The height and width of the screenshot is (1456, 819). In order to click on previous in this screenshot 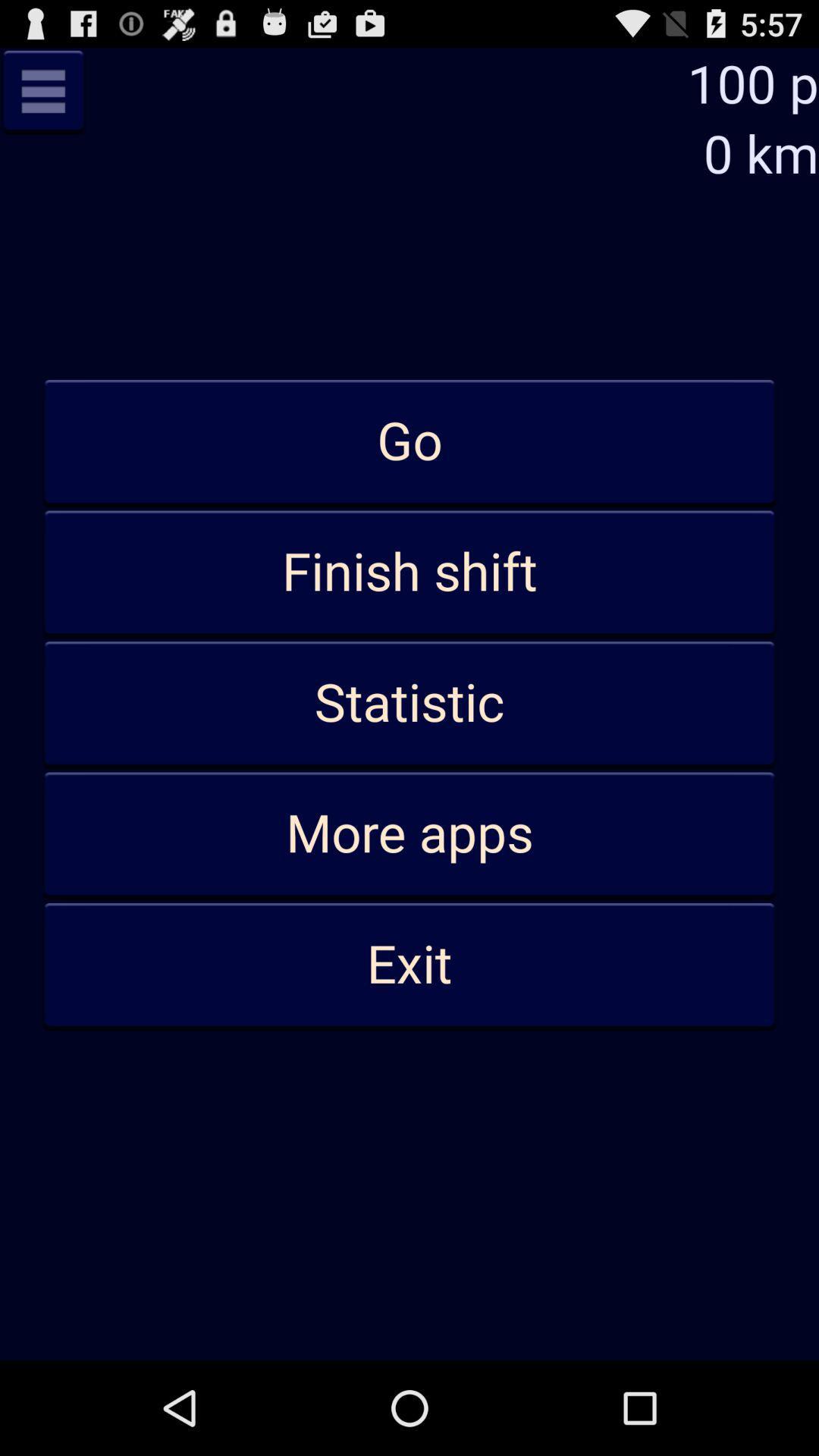, I will do `click(42, 90)`.